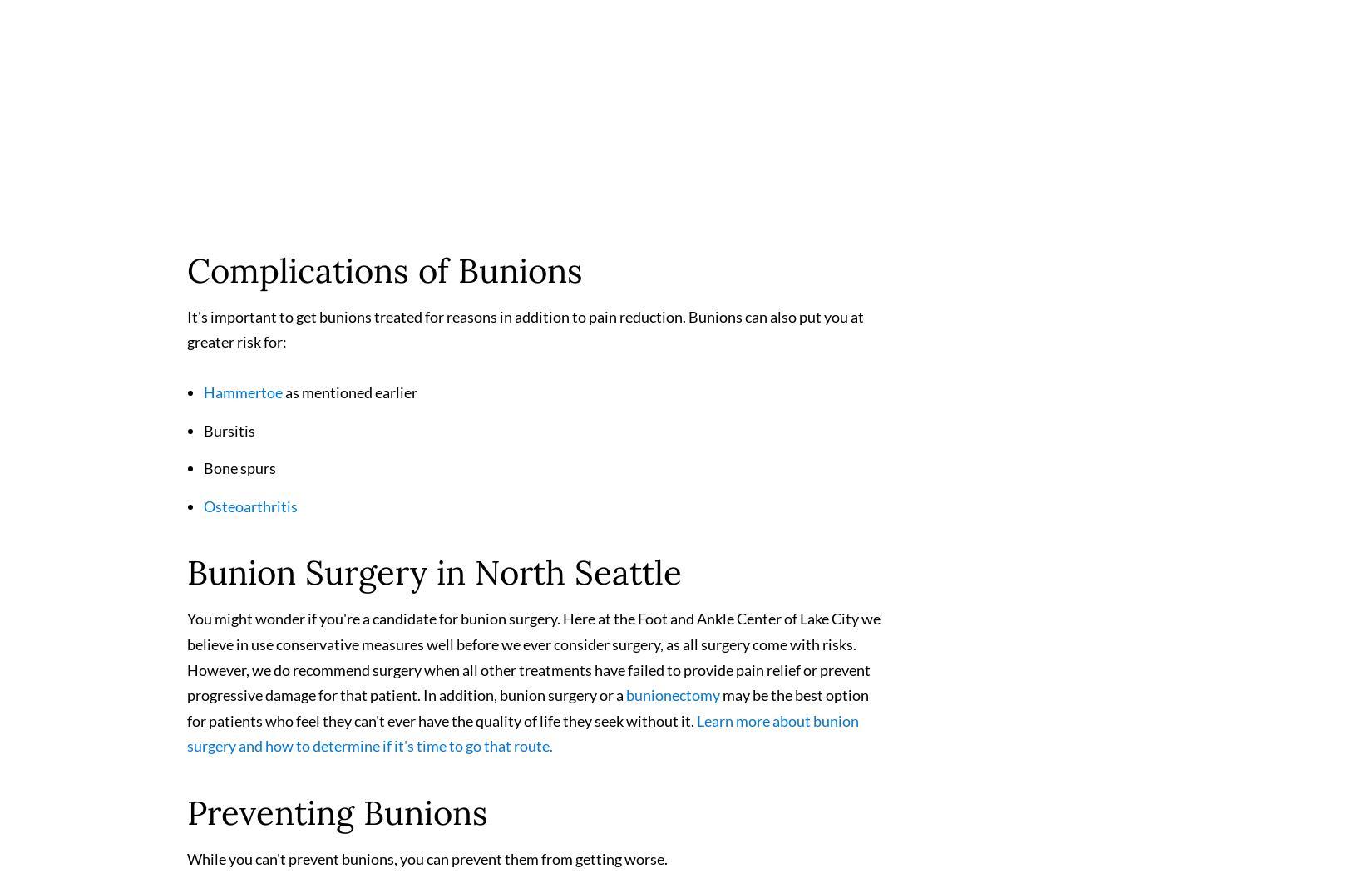 The height and width of the screenshot is (888, 1372). Describe the element at coordinates (521, 739) in the screenshot. I see `'Learn more about bunion surgery and how to determine if it's time to go that route.'` at that location.